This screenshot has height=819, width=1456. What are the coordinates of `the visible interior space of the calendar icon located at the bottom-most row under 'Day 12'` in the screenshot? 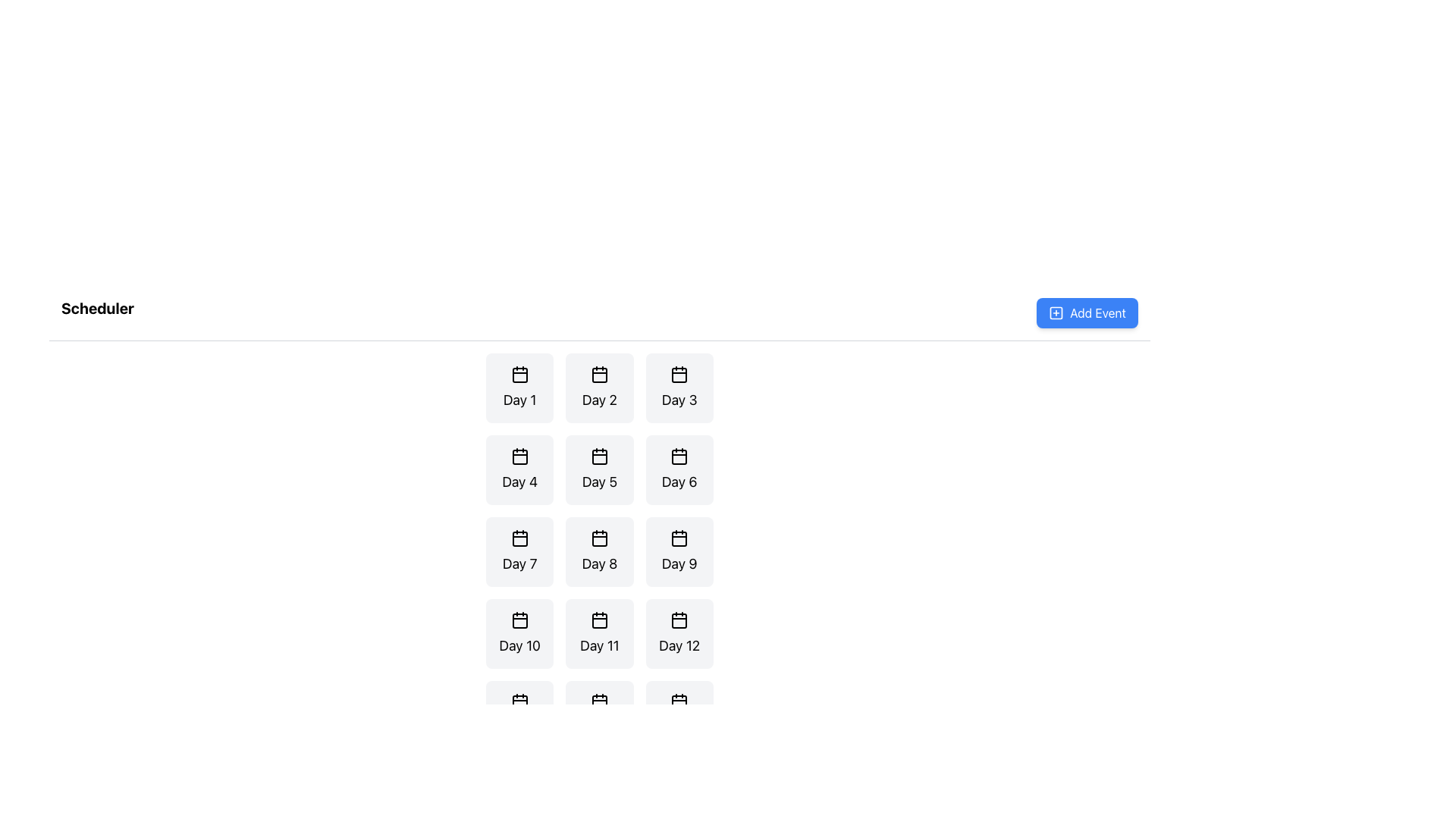 It's located at (599, 702).